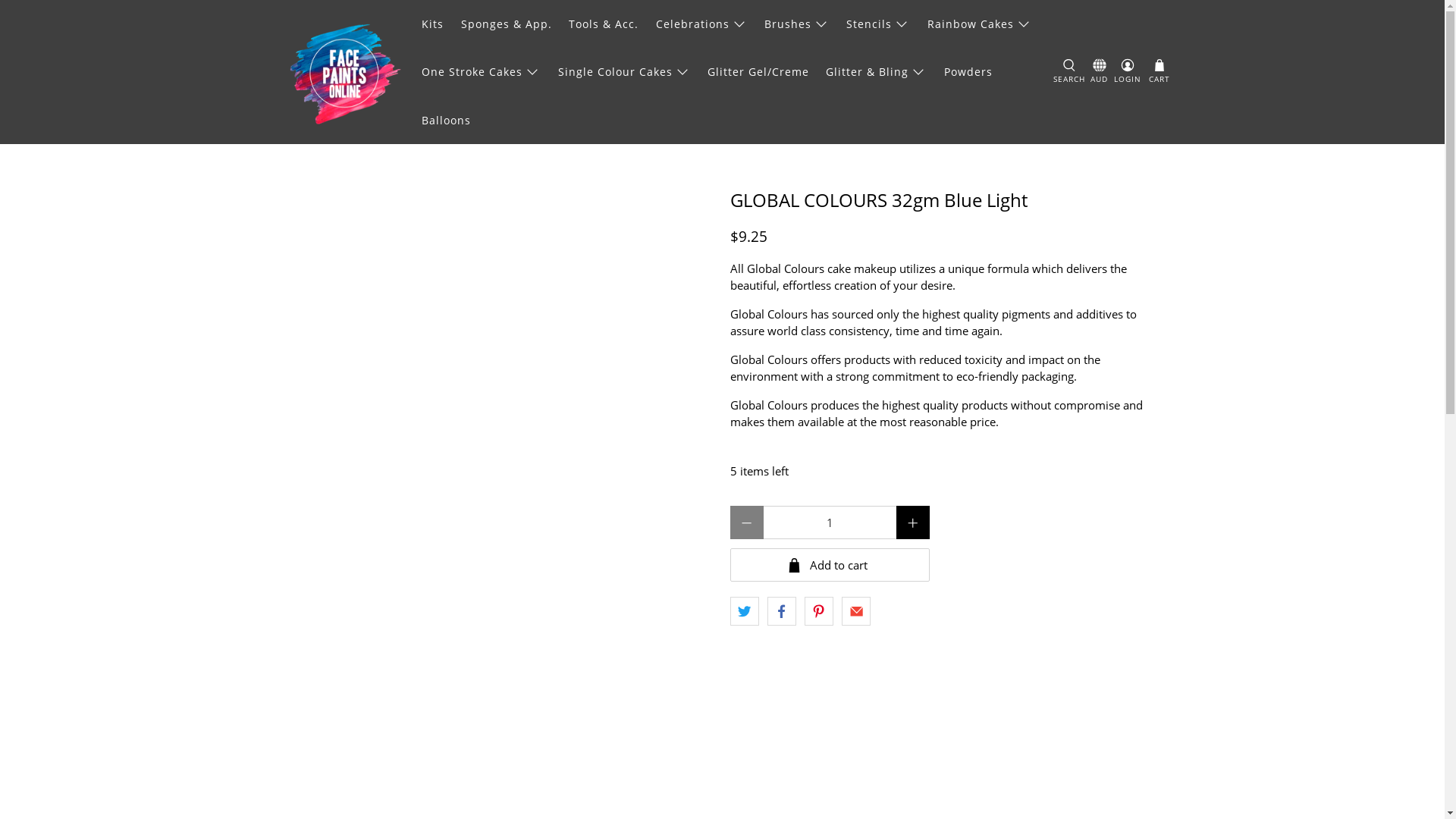  Describe the element at coordinates (506, 24) in the screenshot. I see `'Sponges & App.'` at that location.